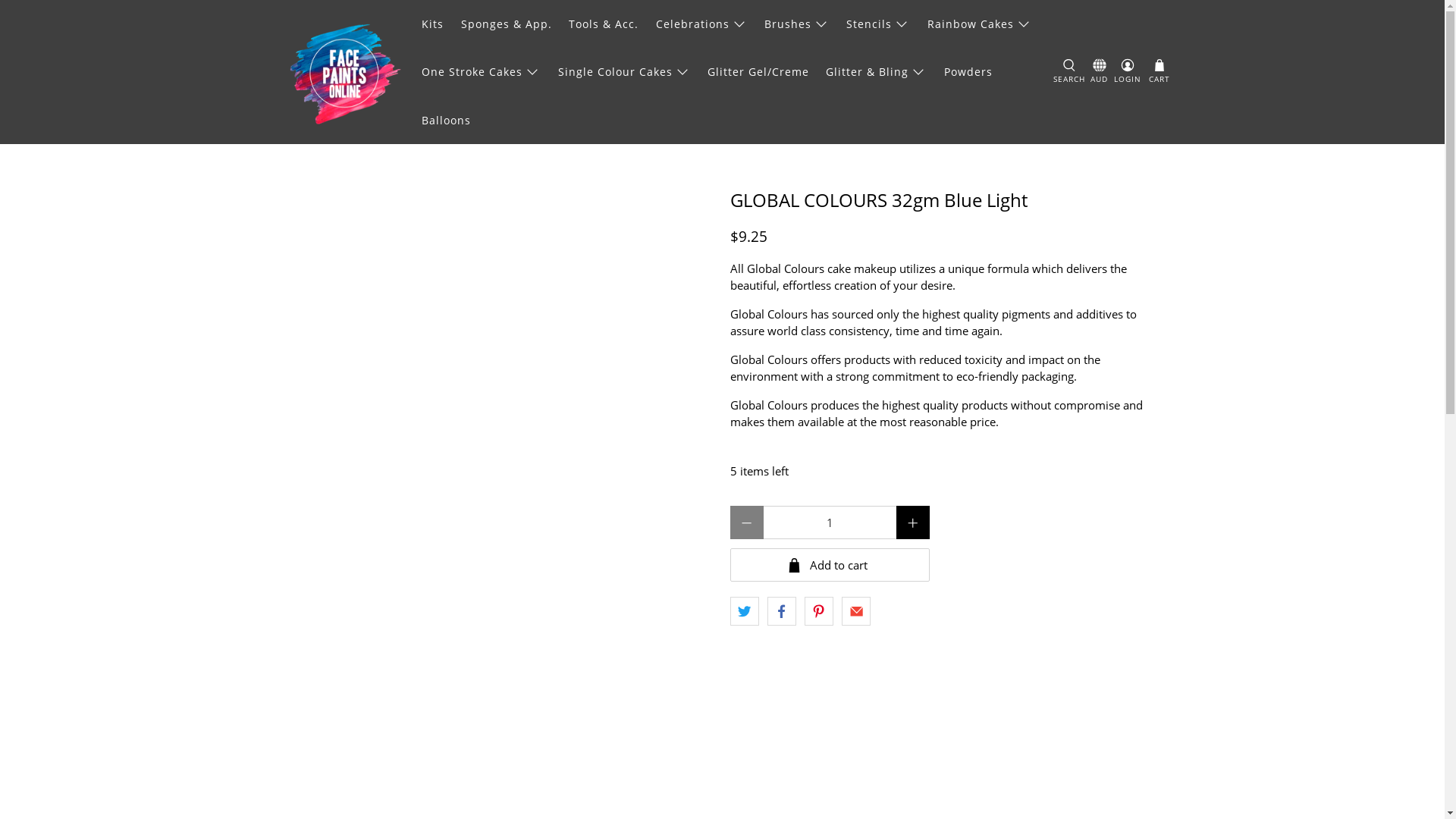  Describe the element at coordinates (506, 24) in the screenshot. I see `'Sponges & App.'` at that location.